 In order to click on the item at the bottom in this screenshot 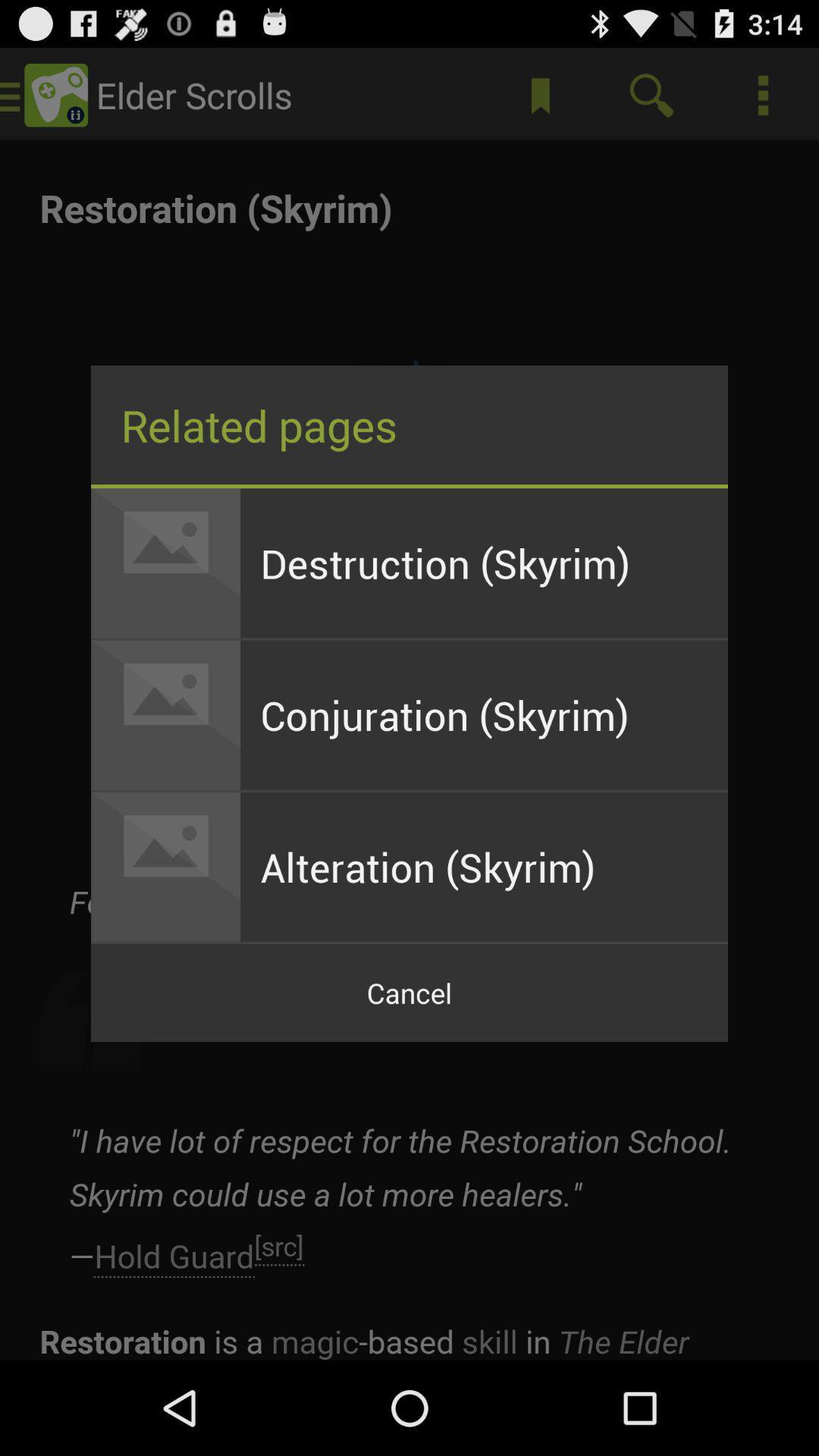, I will do `click(409, 993)`.